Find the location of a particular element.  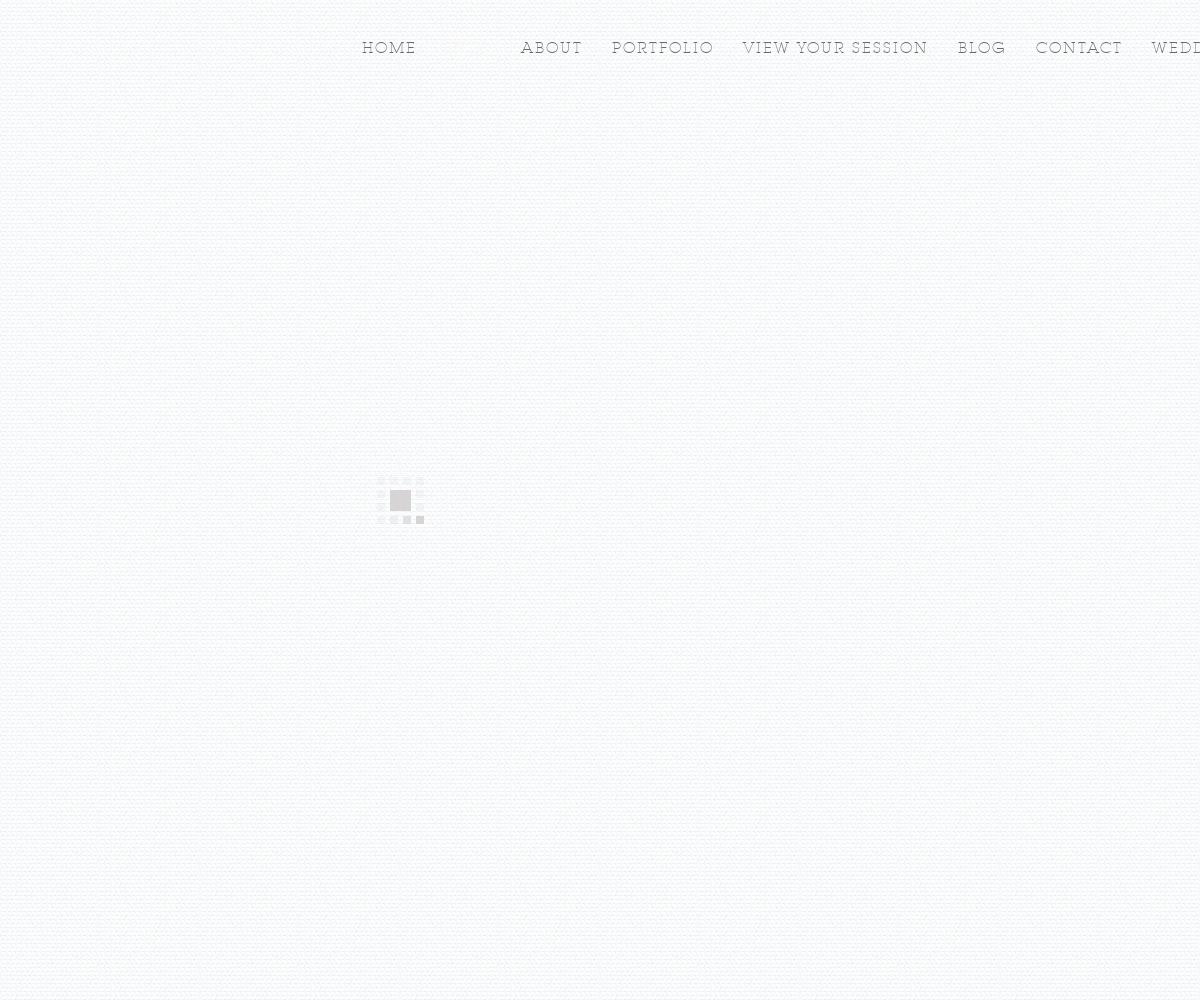

'I would love to photograph you! You can schedule your portrait session anytime that works best for you, whether a weekday or weekend.  I am happy to work with you at any location to give you exactly the kind or portraits you’re looking for that fits your family best.' is located at coordinates (593, 316).